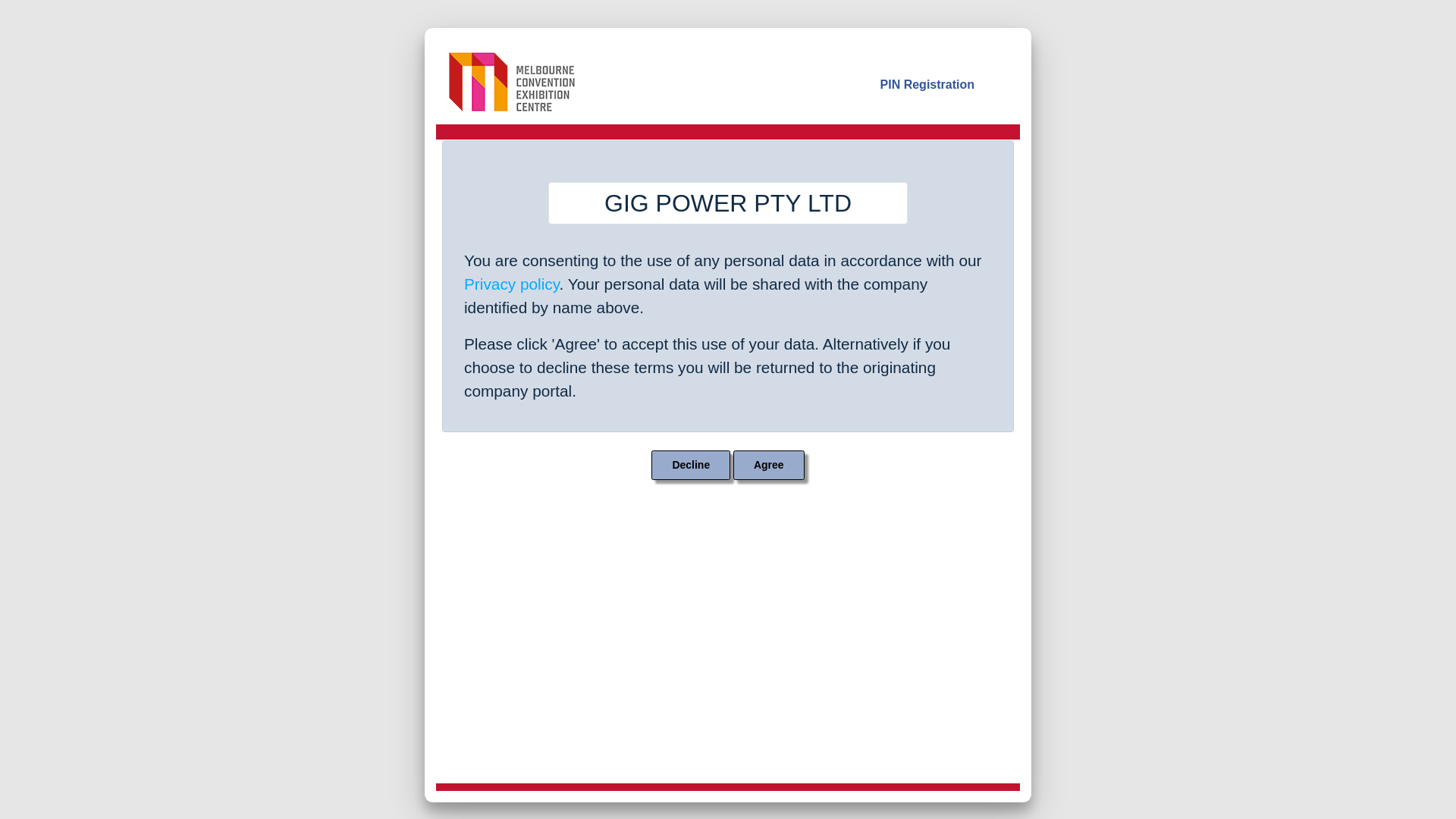 Image resolution: width=1456 pixels, height=819 pixels. Describe the element at coordinates (690, 464) in the screenshot. I see `'Decline'` at that location.